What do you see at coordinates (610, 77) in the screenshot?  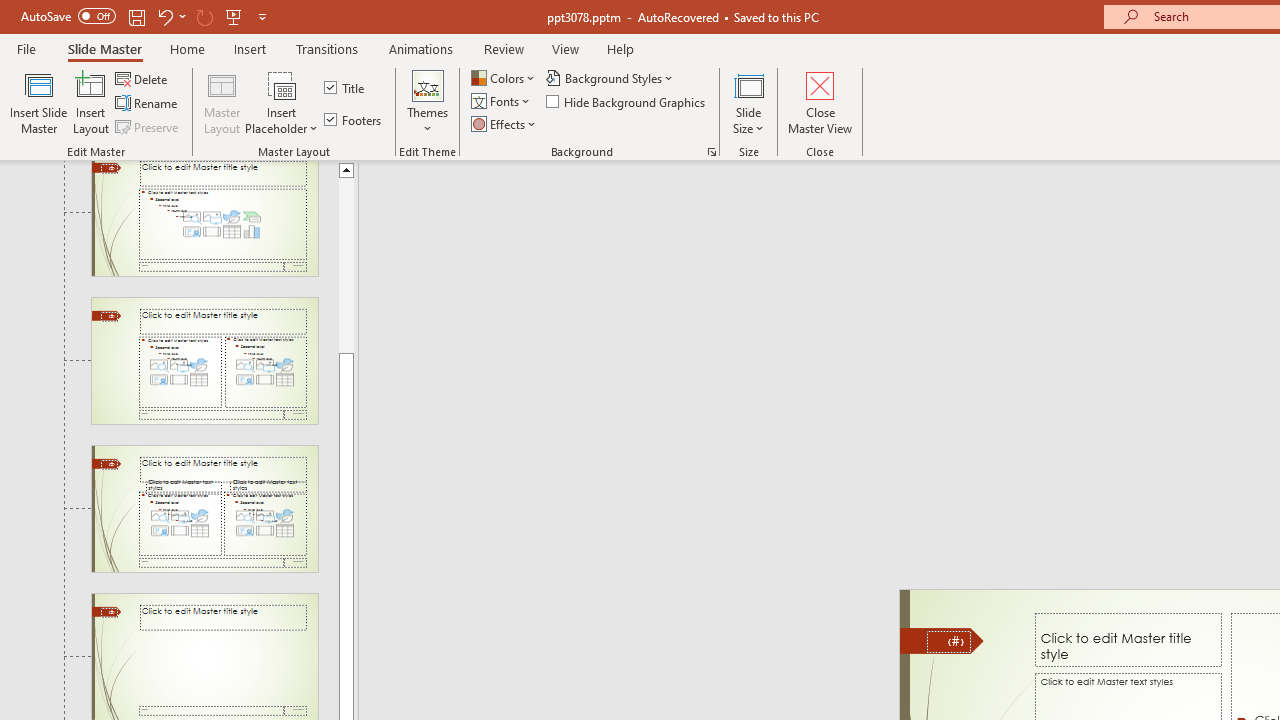 I see `'Background Styles'` at bounding box center [610, 77].